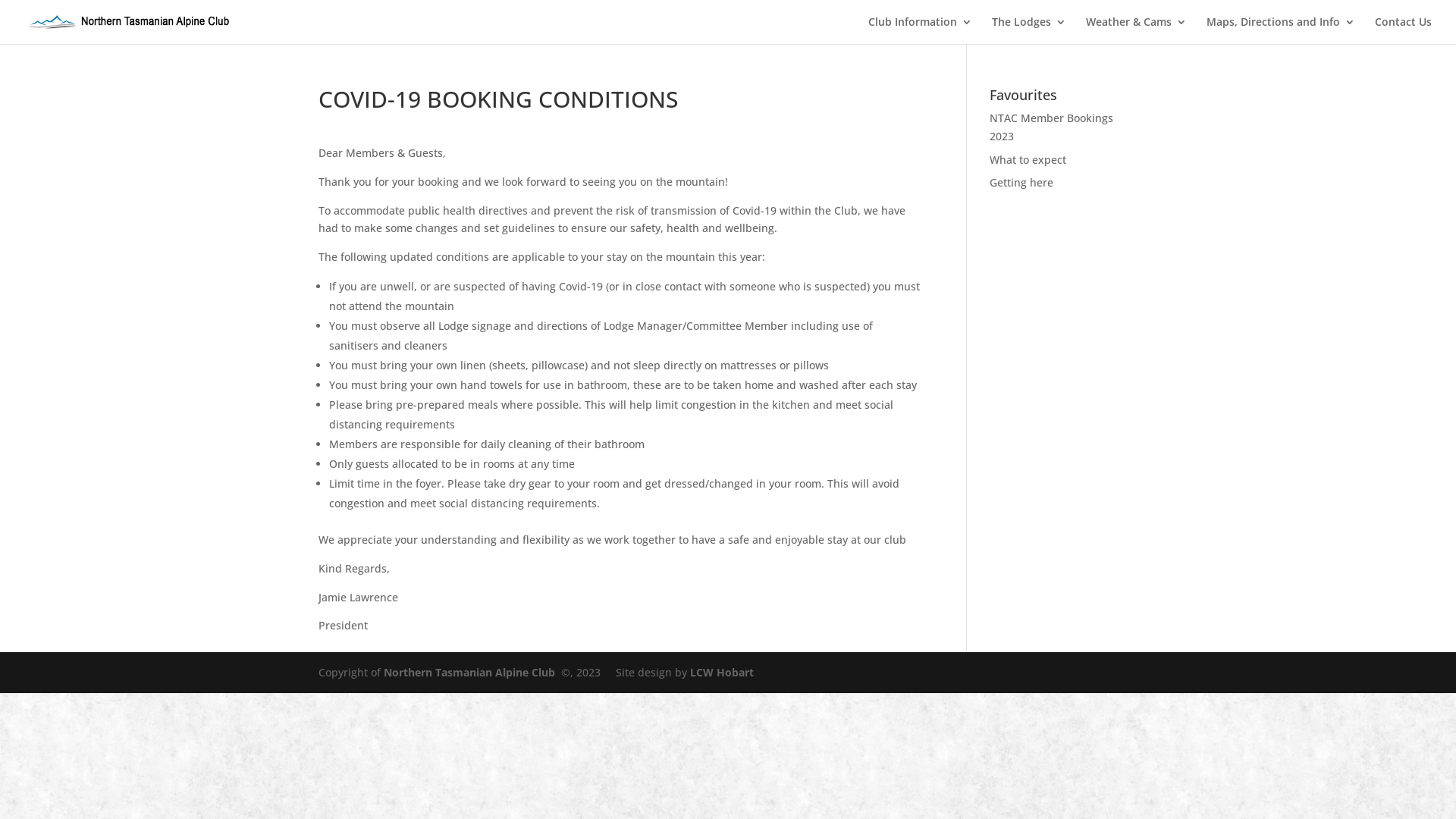 This screenshot has width=1456, height=819. What do you see at coordinates (1050, 126) in the screenshot?
I see `'NTAC Member Bookings 2023'` at bounding box center [1050, 126].